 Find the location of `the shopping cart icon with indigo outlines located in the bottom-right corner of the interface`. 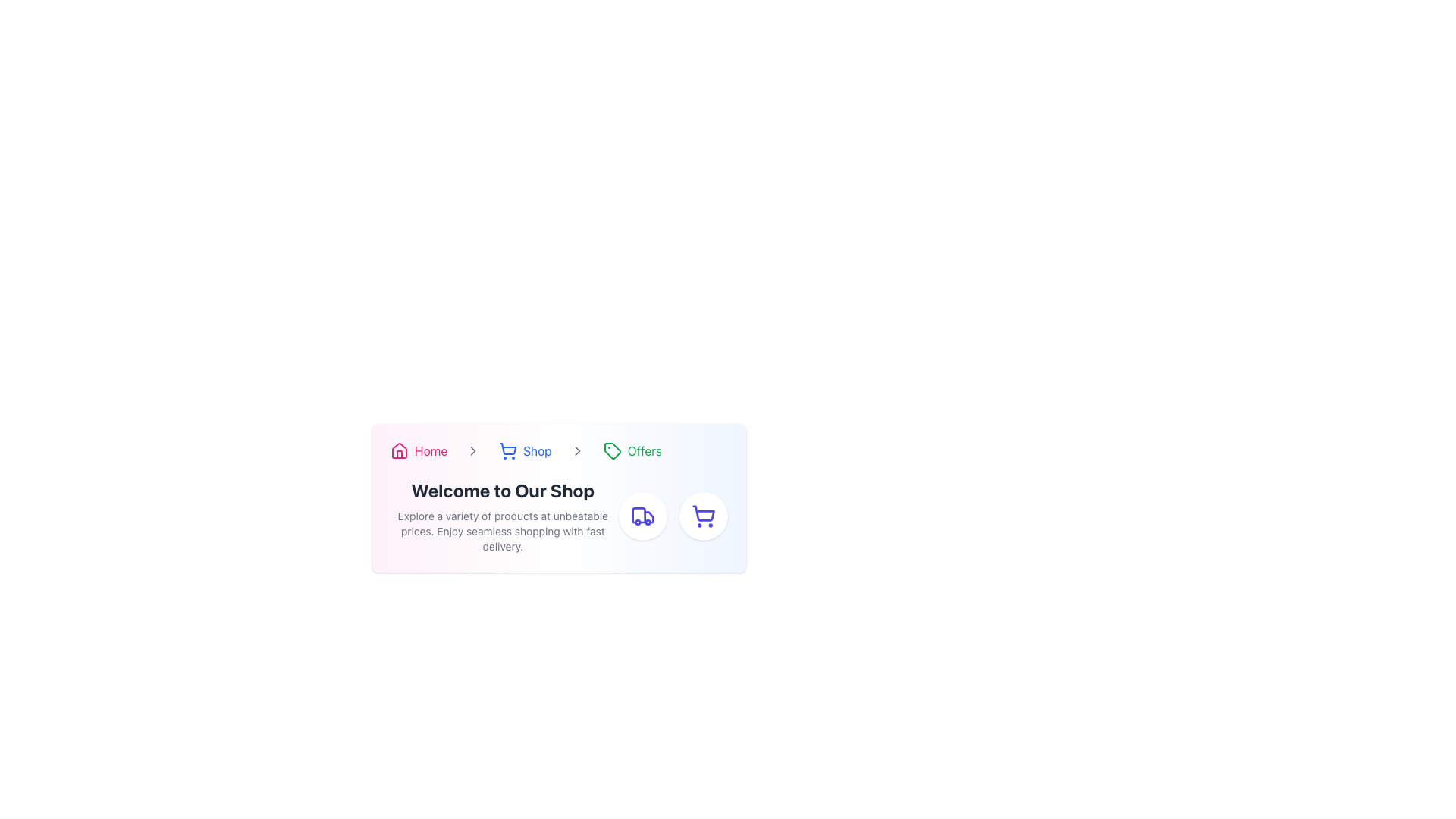

the shopping cart icon with indigo outlines located in the bottom-right corner of the interface is located at coordinates (702, 516).